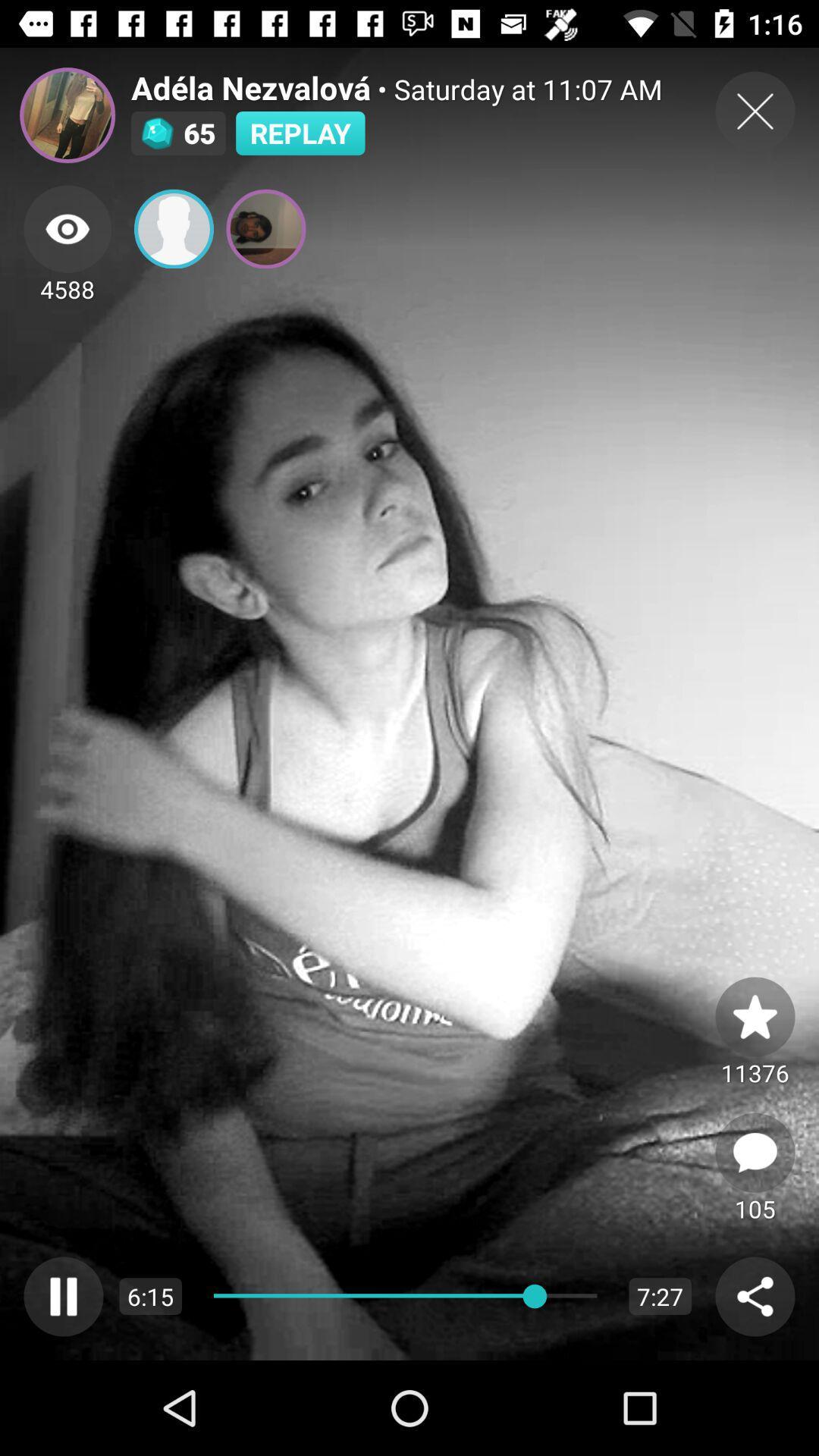 This screenshot has width=819, height=1456. Describe the element at coordinates (755, 111) in the screenshot. I see `video` at that location.